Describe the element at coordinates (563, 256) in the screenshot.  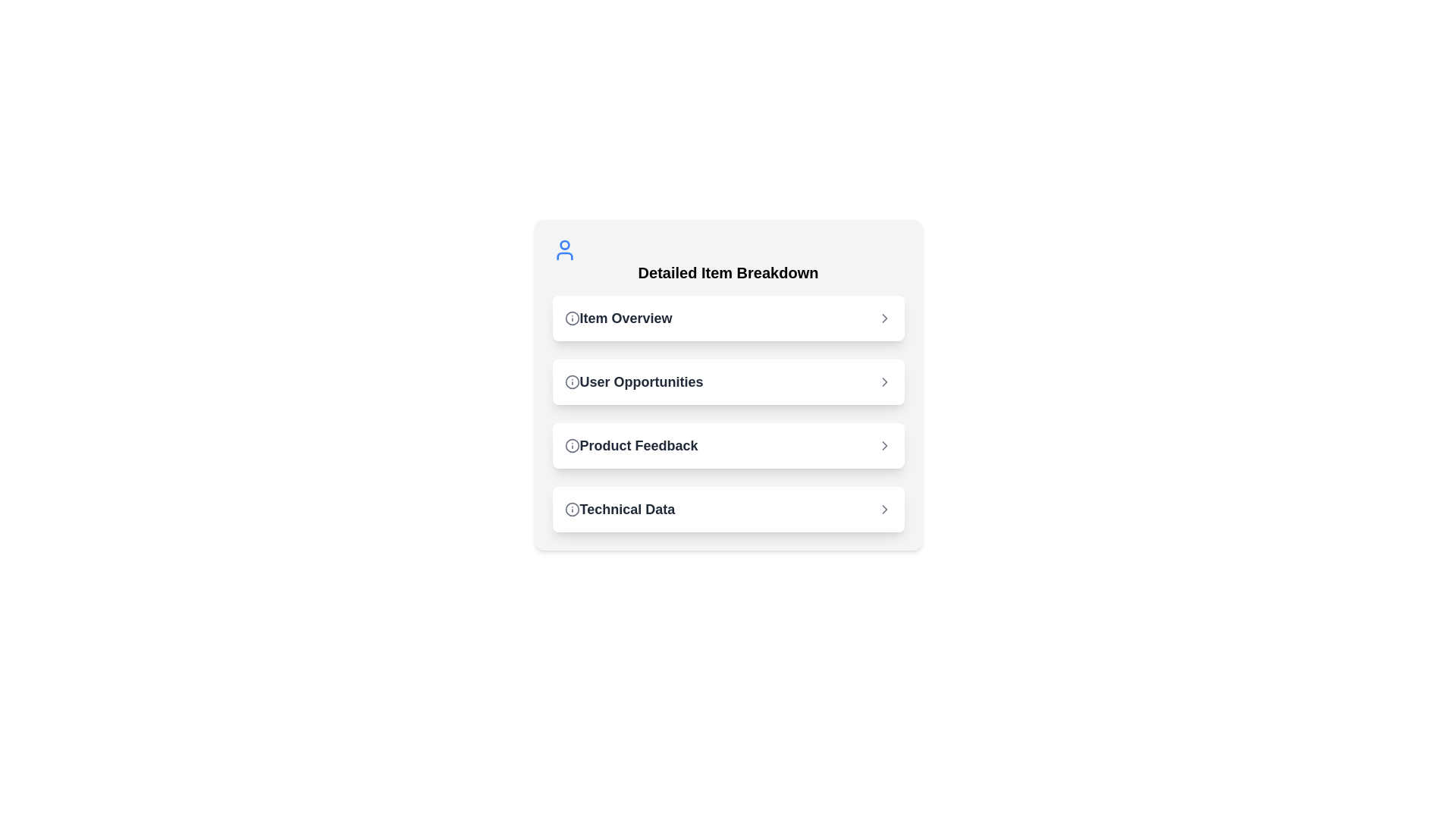
I see `the Vector shape representing the shoulders or body in the user avatar icon, located towards the bottom-middle area of the SVG graphic` at that location.